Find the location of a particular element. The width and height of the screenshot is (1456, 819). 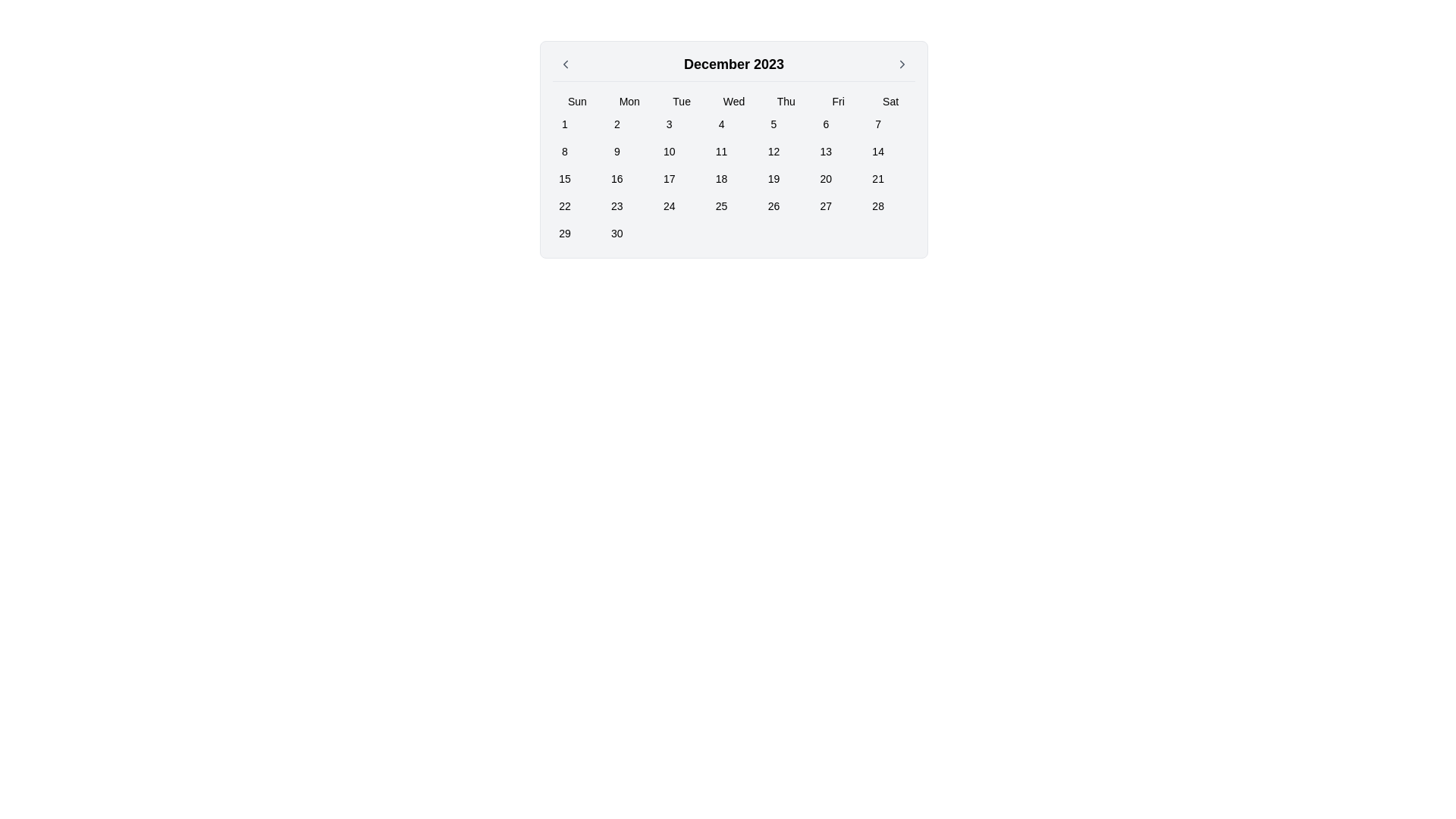

the square button displaying '30' located in the sixth column of the fifth row of the calendar grid is located at coordinates (617, 234).